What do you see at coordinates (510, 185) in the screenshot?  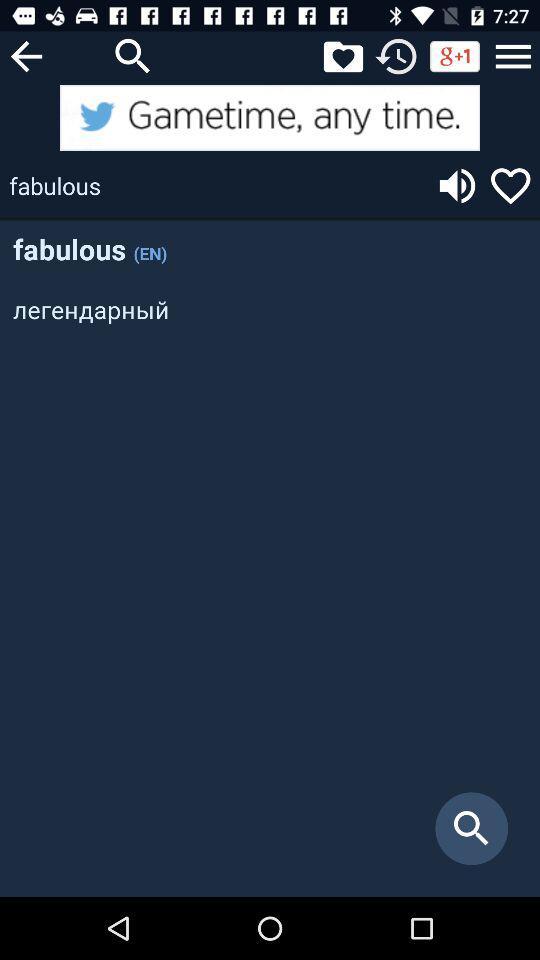 I see `like this option` at bounding box center [510, 185].